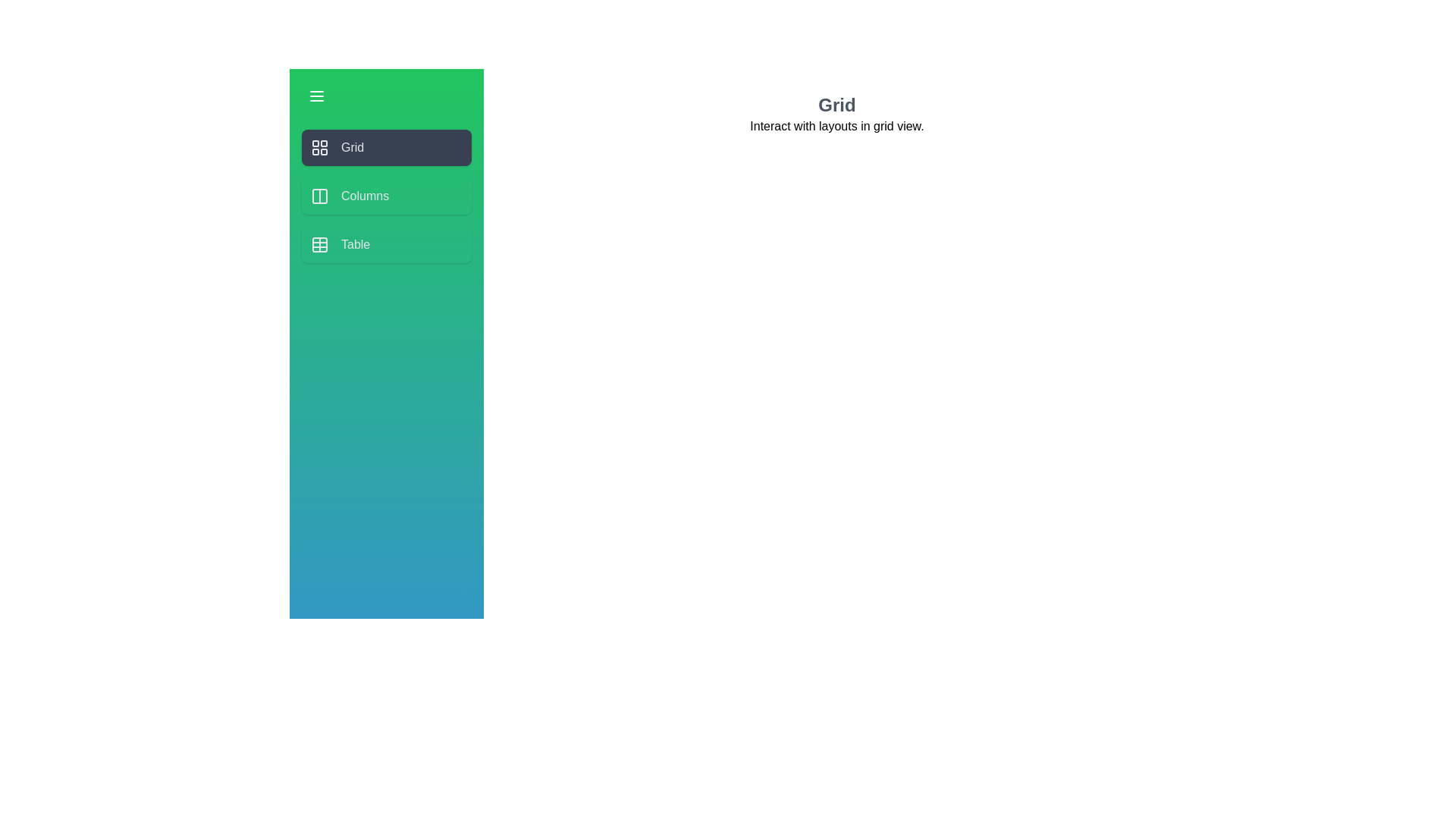 The height and width of the screenshot is (819, 1456). I want to click on the view option Table by clicking on the corresponding menu item, so click(386, 244).